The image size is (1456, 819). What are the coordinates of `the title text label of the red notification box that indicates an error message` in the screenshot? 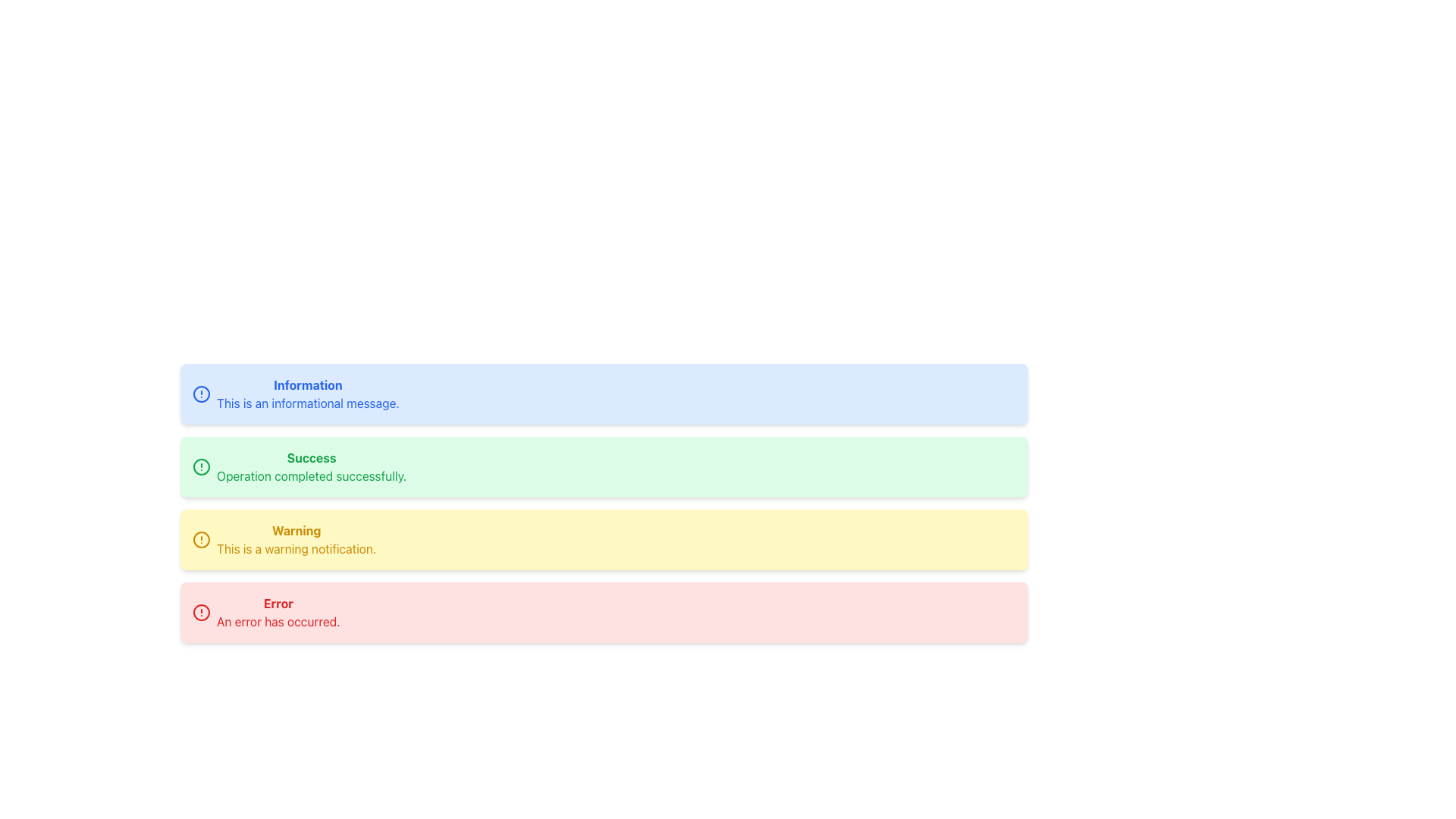 It's located at (278, 602).